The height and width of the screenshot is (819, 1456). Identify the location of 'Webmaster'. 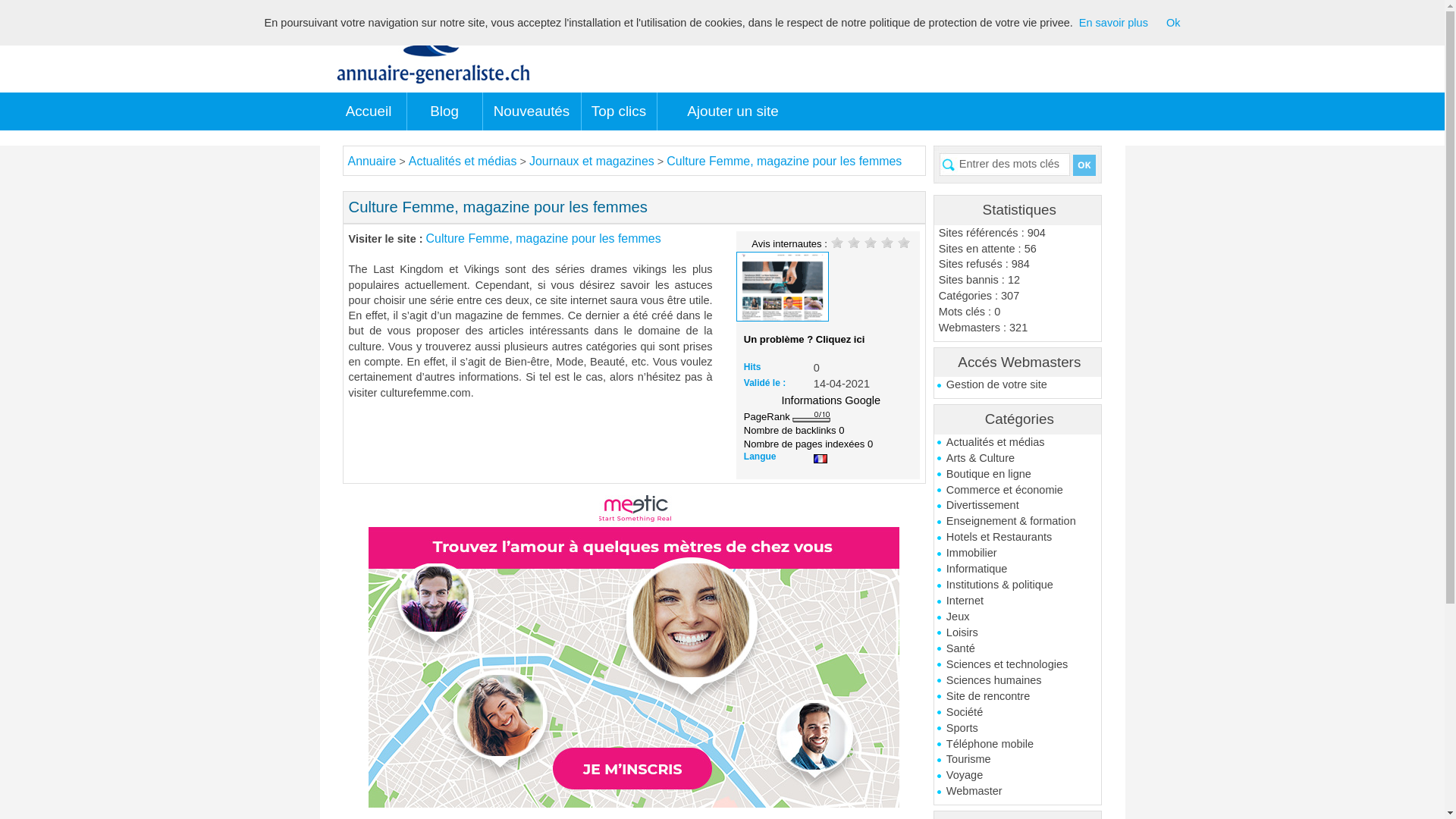
(1018, 790).